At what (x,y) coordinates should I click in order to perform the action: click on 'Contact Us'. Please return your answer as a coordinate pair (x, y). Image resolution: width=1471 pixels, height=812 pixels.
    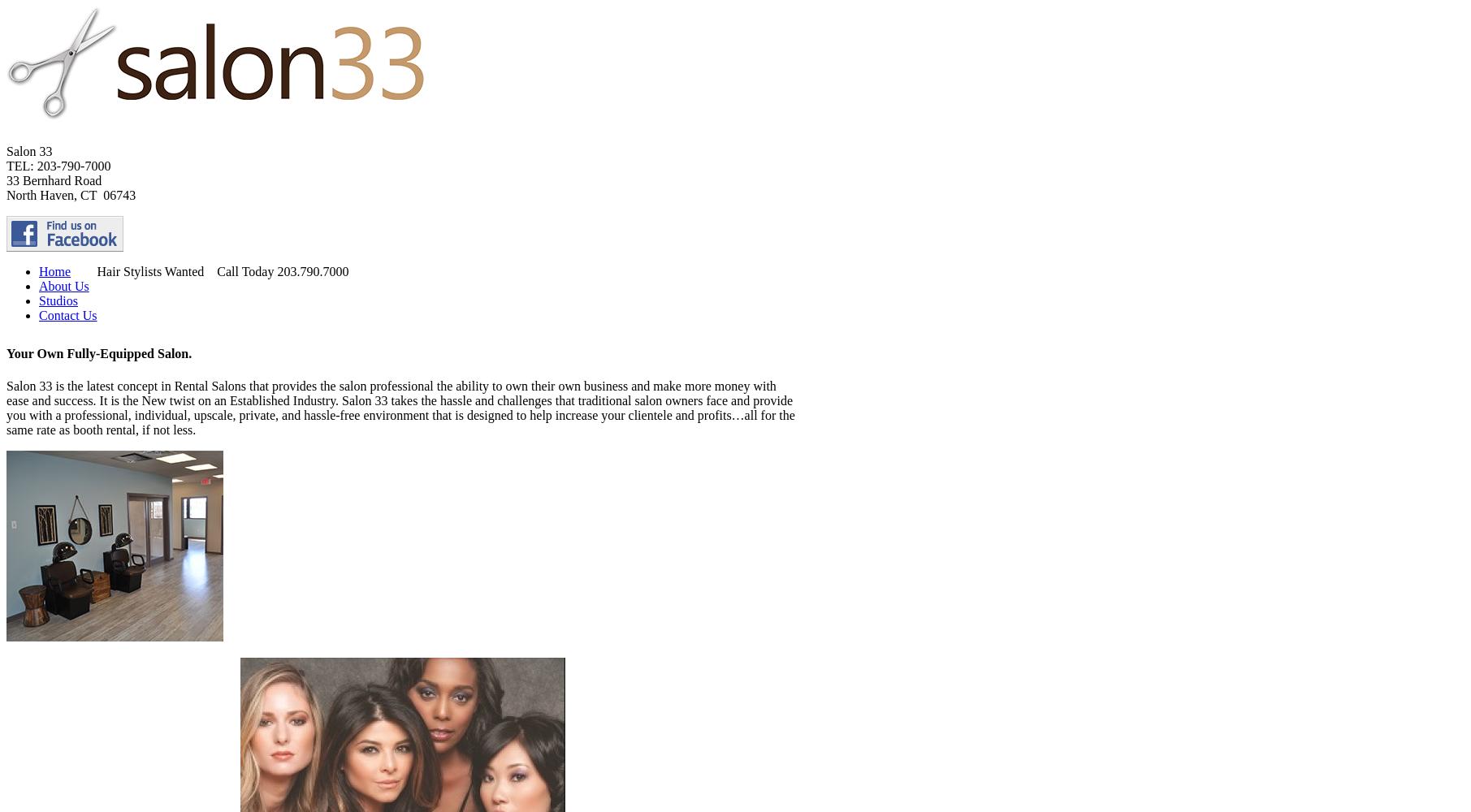
    Looking at the image, I should click on (67, 315).